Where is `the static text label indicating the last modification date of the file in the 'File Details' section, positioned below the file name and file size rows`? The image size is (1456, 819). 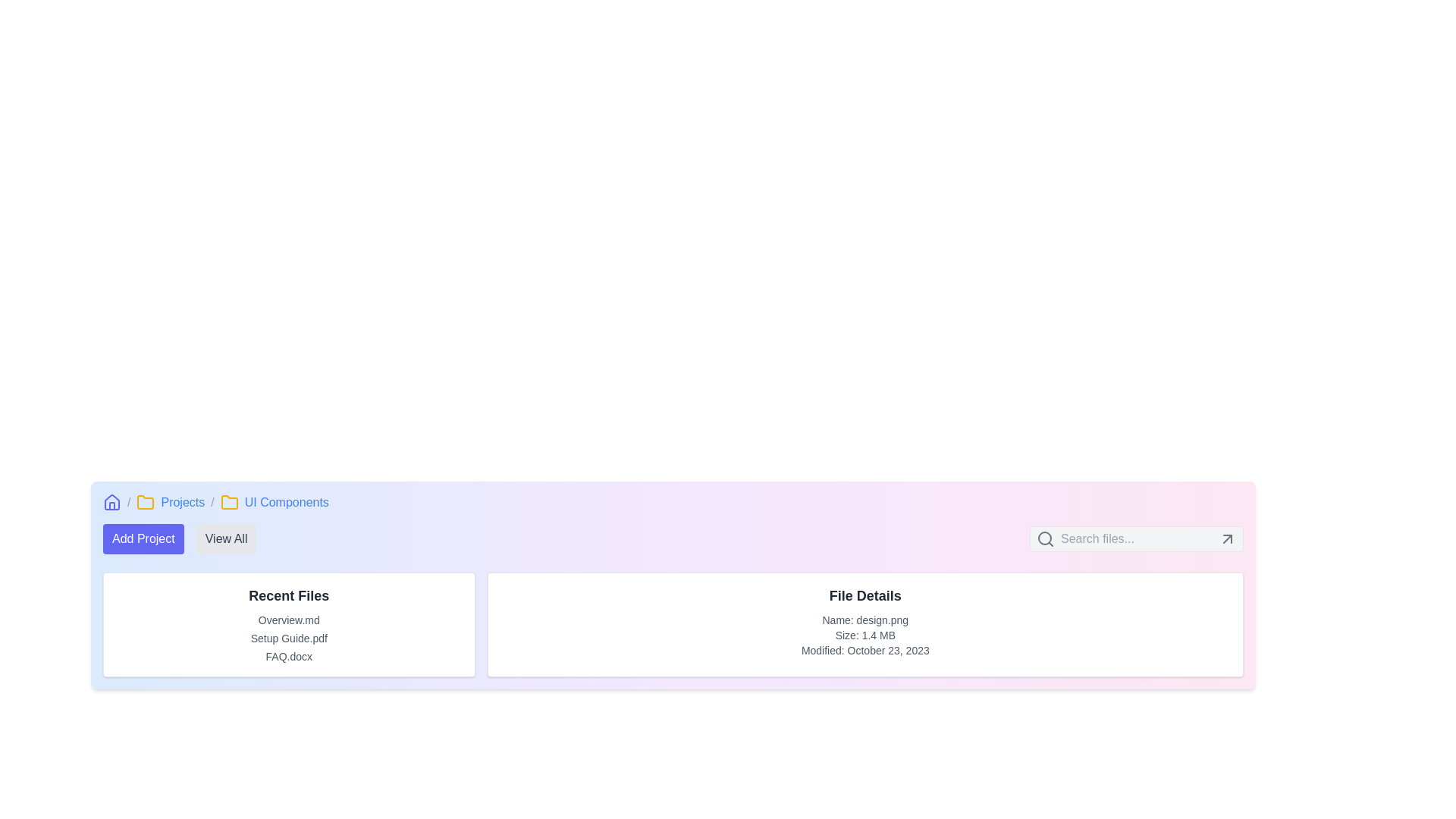 the static text label indicating the last modification date of the file in the 'File Details' section, positioned below the file name and file size rows is located at coordinates (865, 649).